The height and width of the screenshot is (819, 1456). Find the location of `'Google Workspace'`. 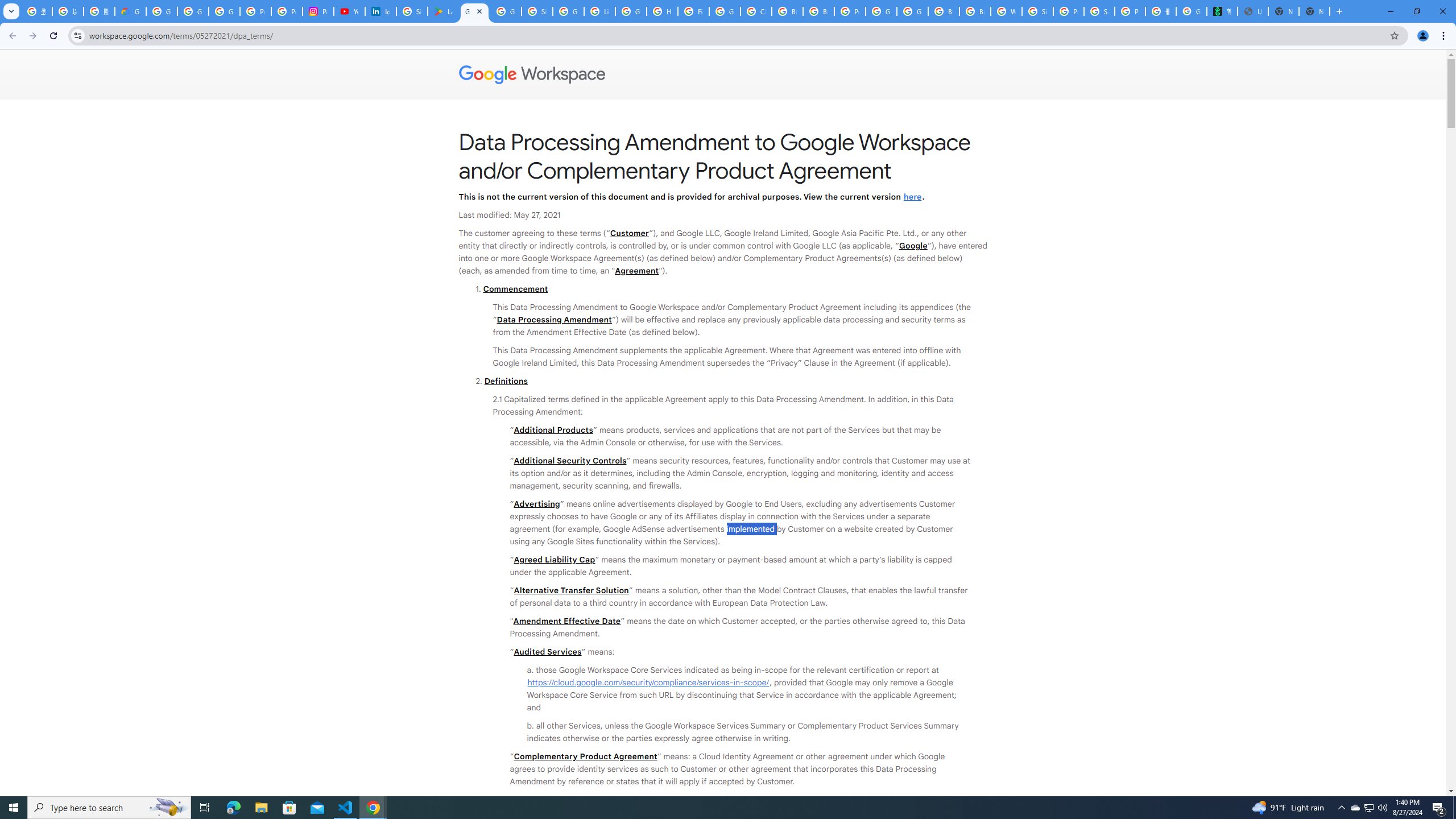

'Google Workspace' is located at coordinates (723, 74).